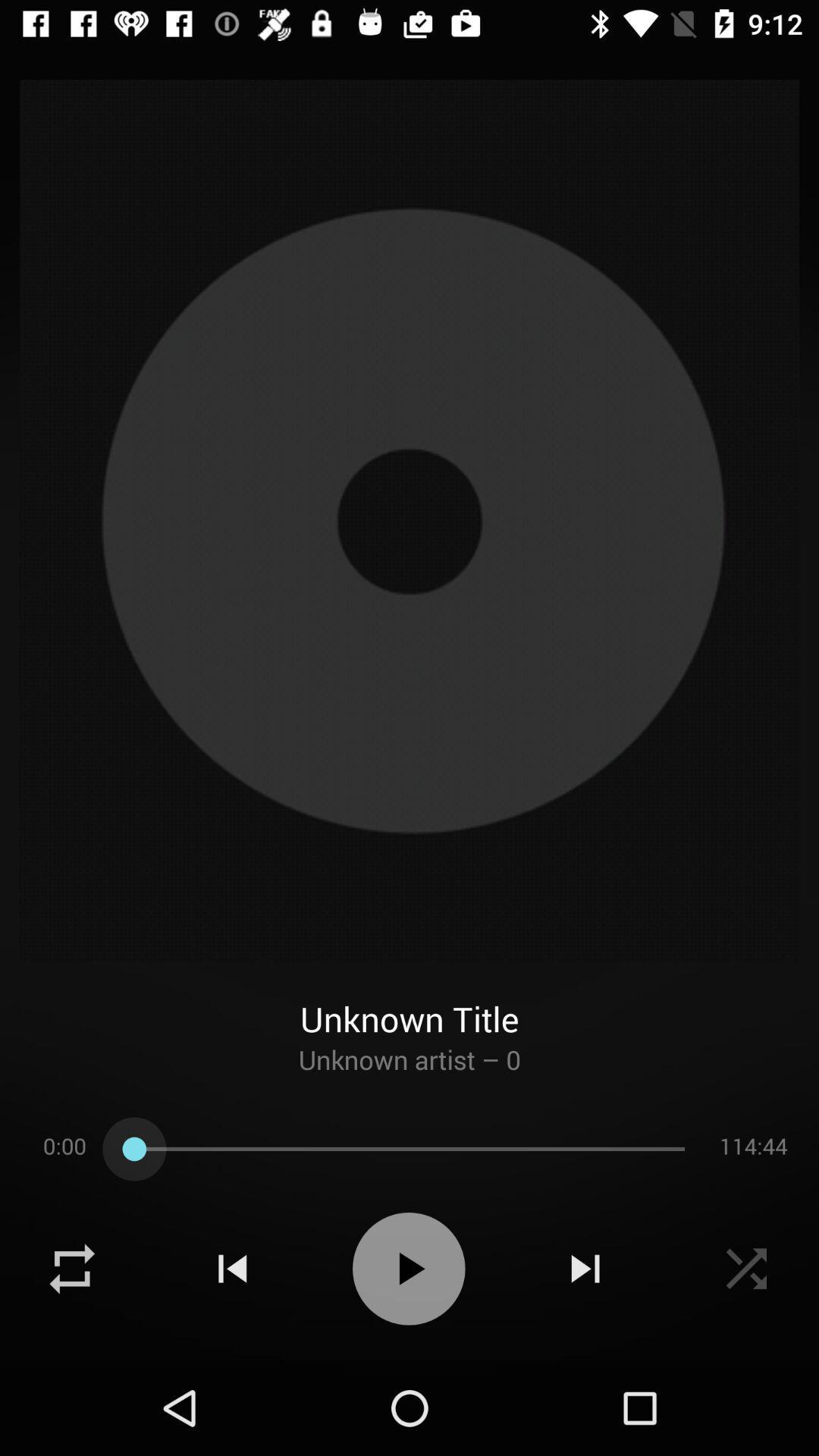 This screenshot has width=819, height=1456. What do you see at coordinates (745, 1269) in the screenshot?
I see `the video` at bounding box center [745, 1269].